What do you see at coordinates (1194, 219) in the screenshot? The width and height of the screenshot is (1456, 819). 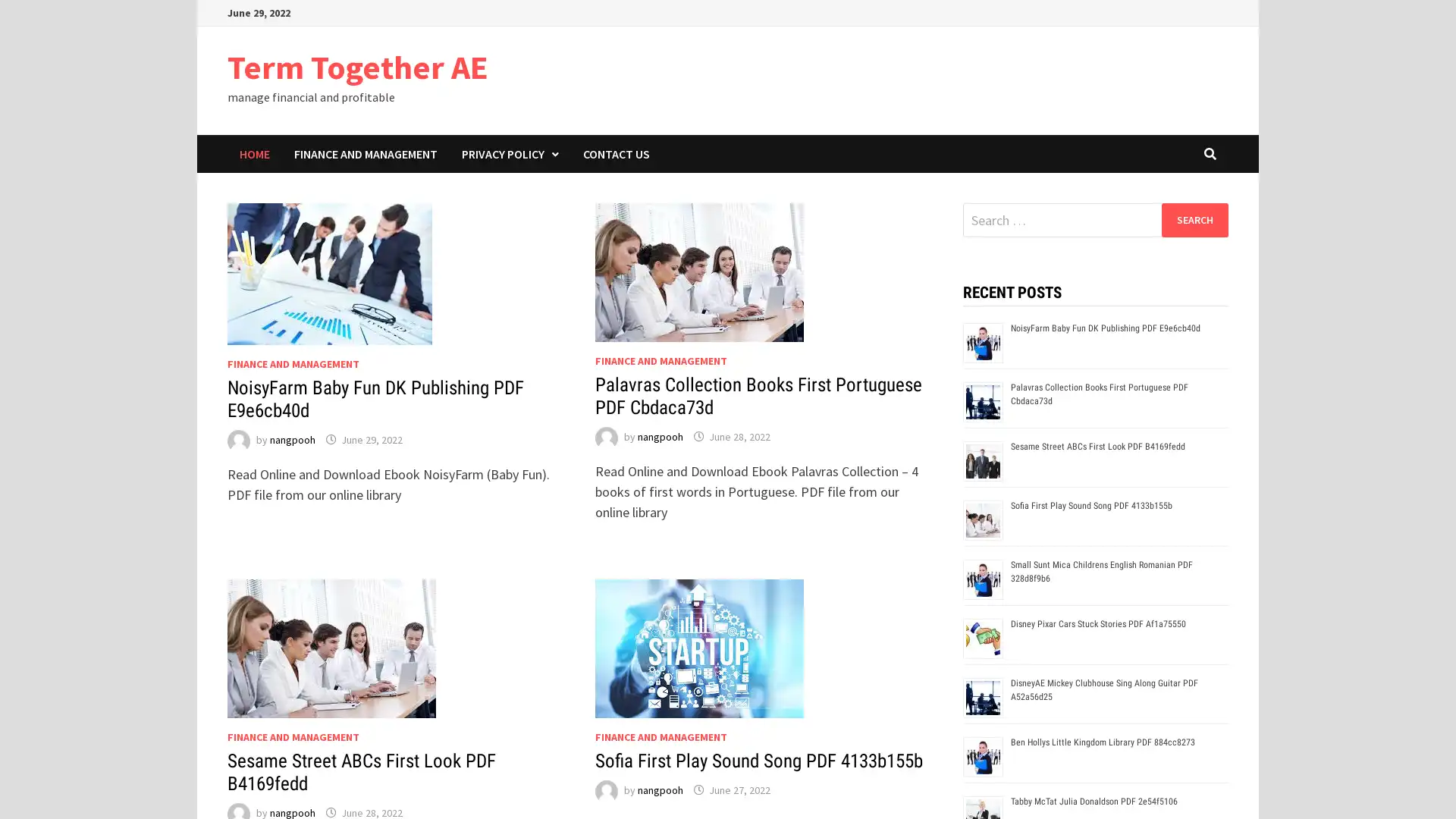 I see `Search` at bounding box center [1194, 219].